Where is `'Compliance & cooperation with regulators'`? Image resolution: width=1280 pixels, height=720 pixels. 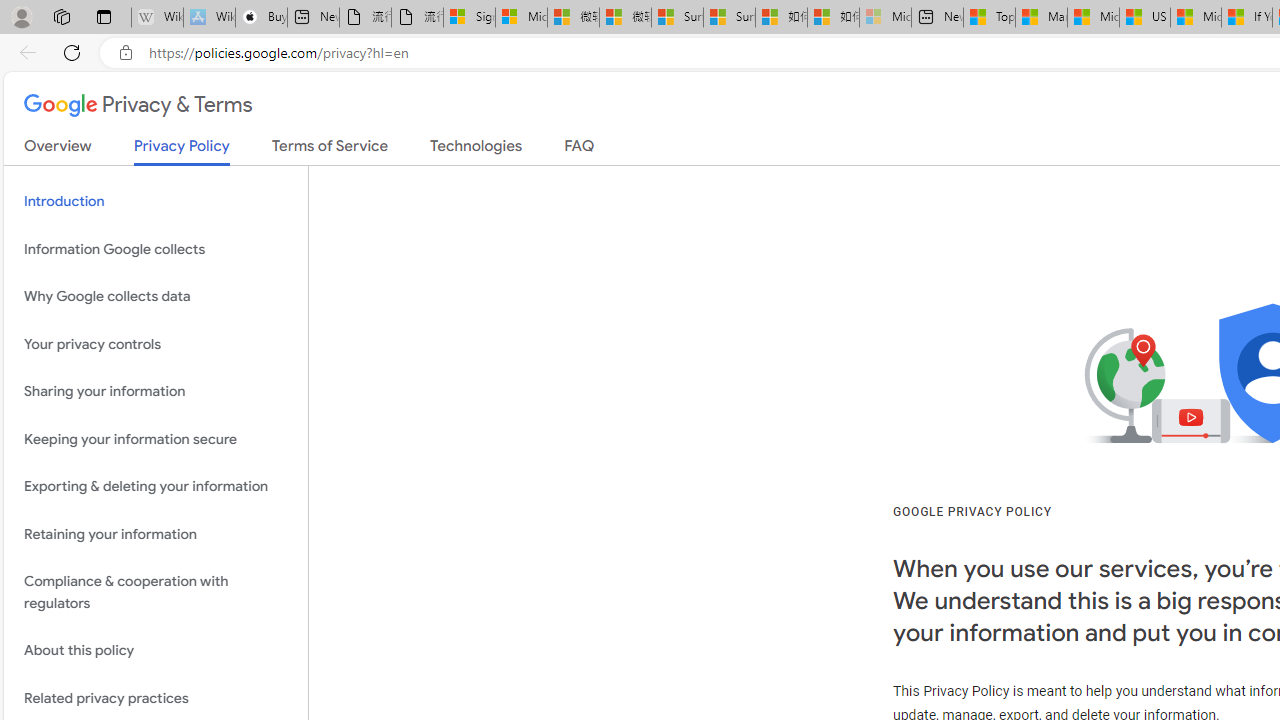 'Compliance & cooperation with regulators' is located at coordinates (155, 591).